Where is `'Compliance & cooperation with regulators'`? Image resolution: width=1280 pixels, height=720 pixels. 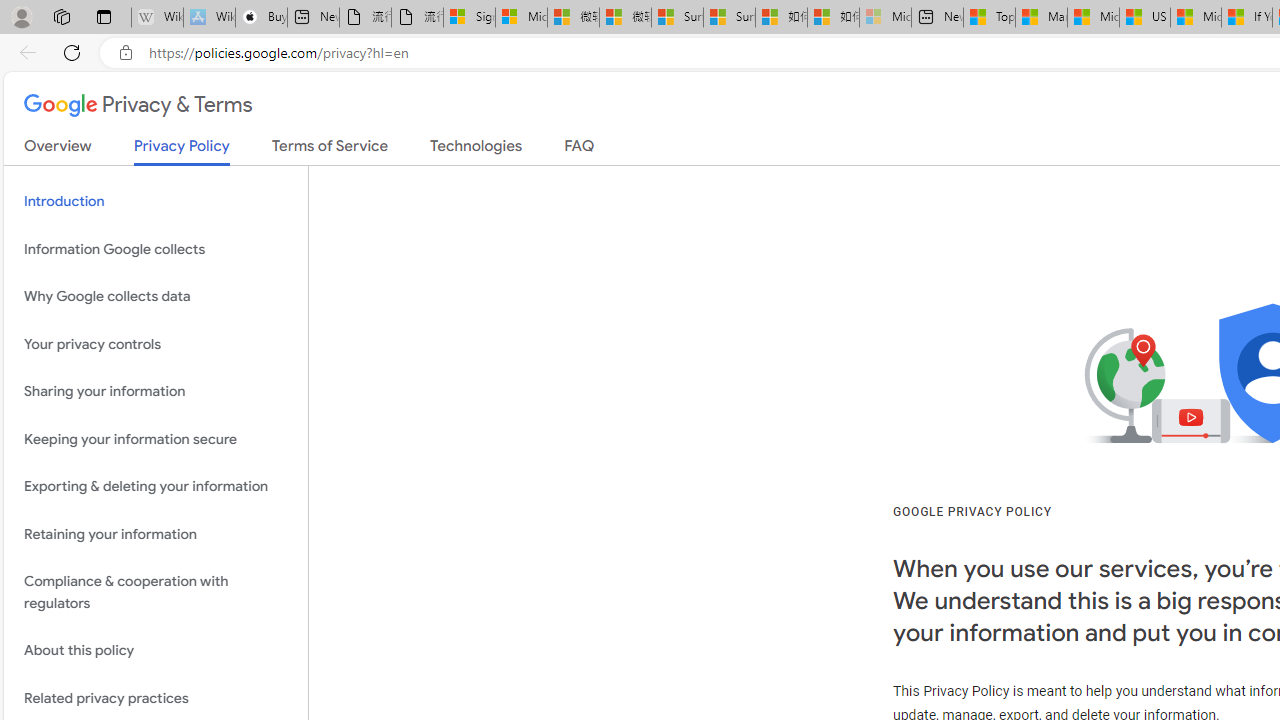 'Compliance & cooperation with regulators' is located at coordinates (155, 591).